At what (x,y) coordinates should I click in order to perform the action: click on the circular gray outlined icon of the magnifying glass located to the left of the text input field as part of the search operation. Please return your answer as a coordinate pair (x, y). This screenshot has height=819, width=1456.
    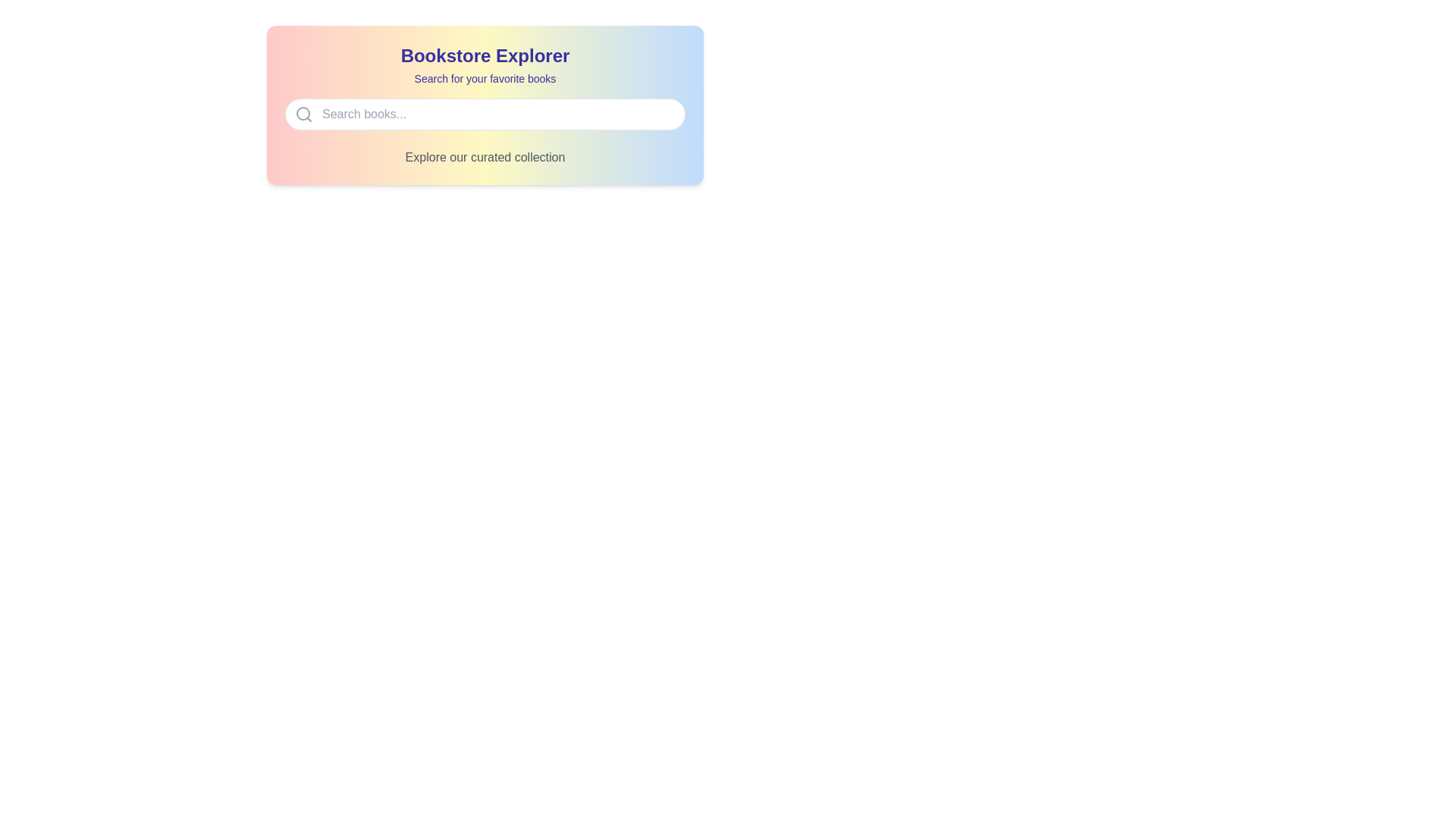
    Looking at the image, I should click on (303, 113).